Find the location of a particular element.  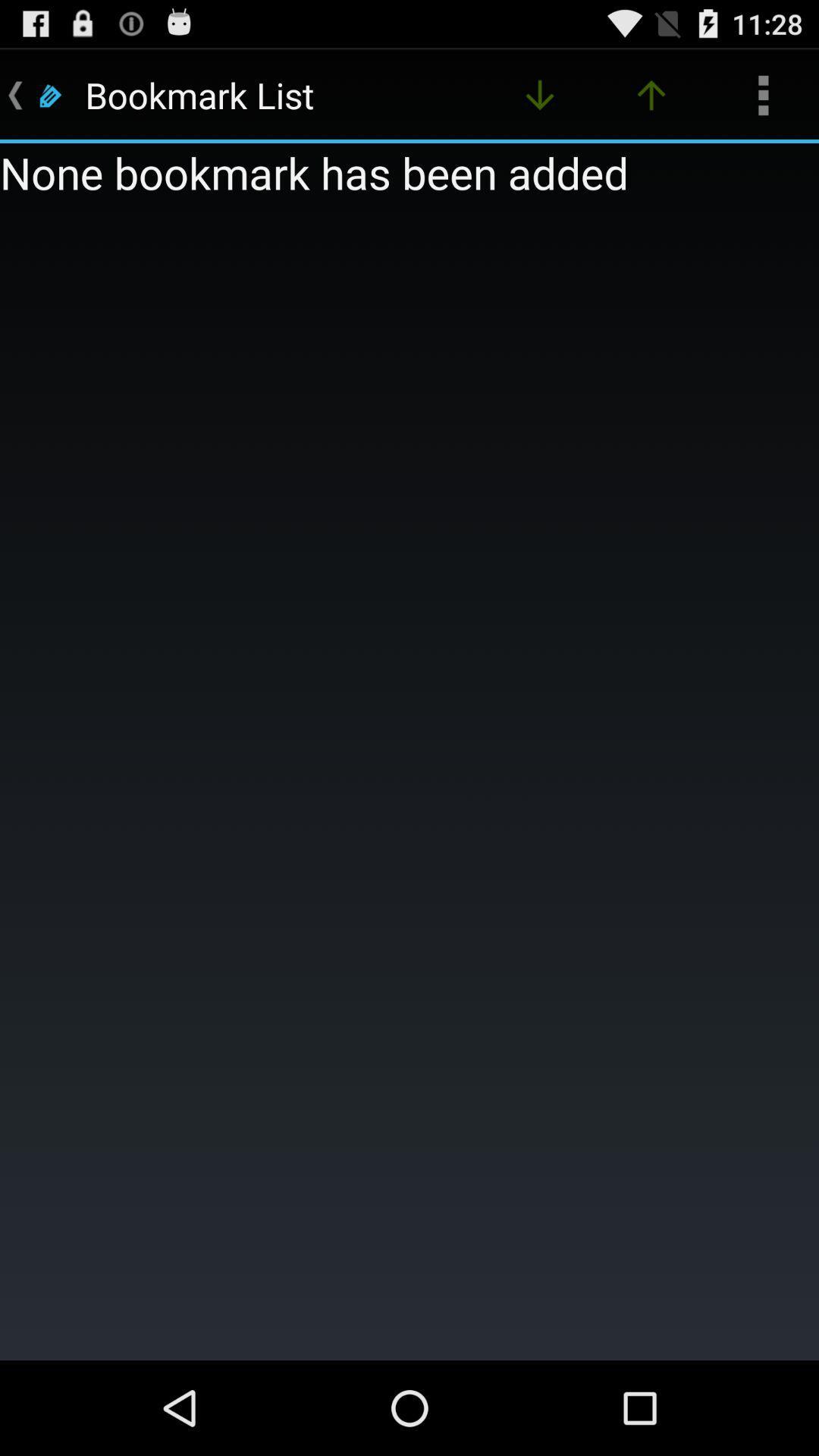

the app above none bookmark has item is located at coordinates (539, 94).